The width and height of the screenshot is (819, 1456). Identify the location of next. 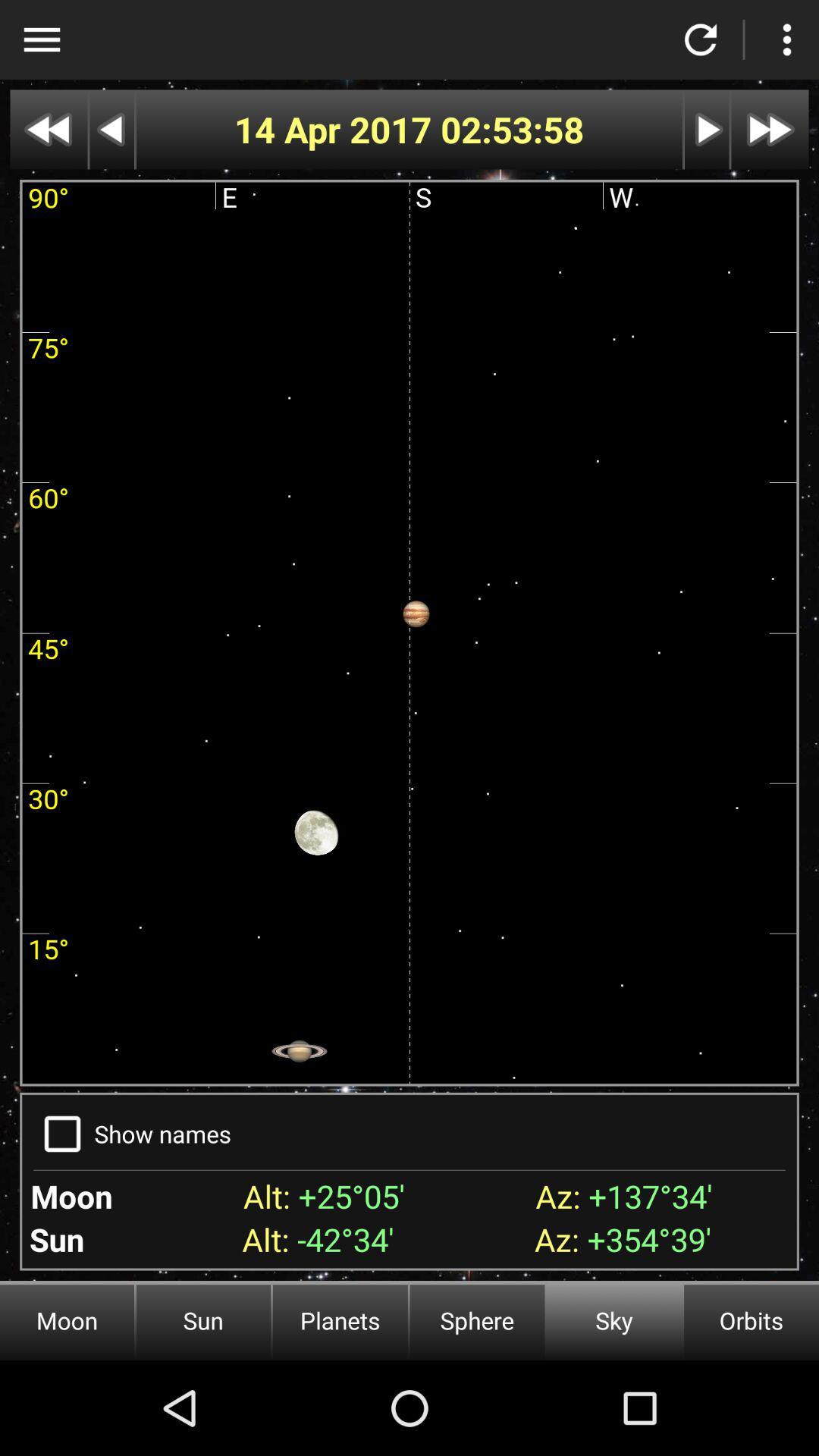
(707, 130).